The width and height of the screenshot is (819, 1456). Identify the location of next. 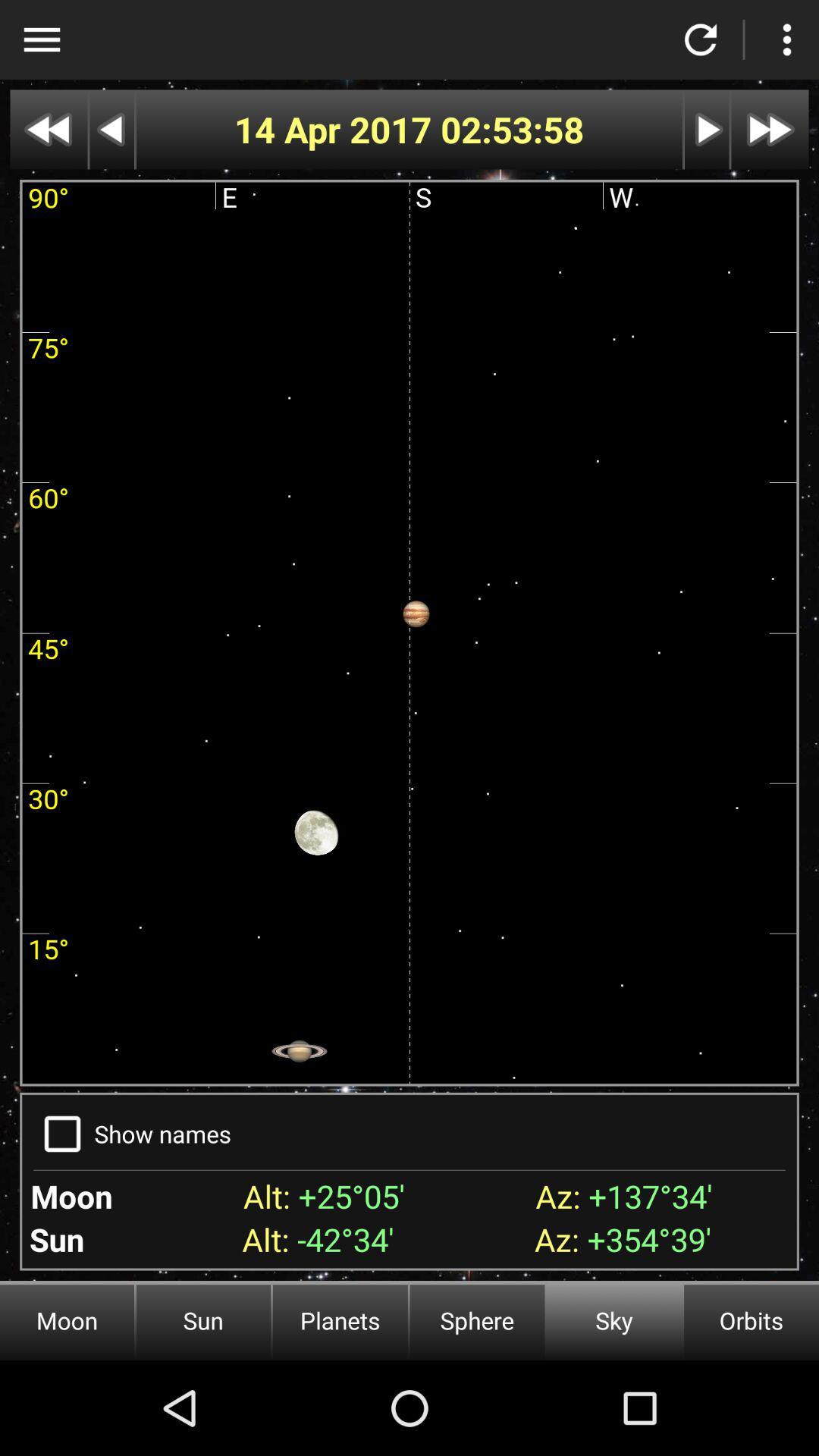
(707, 130).